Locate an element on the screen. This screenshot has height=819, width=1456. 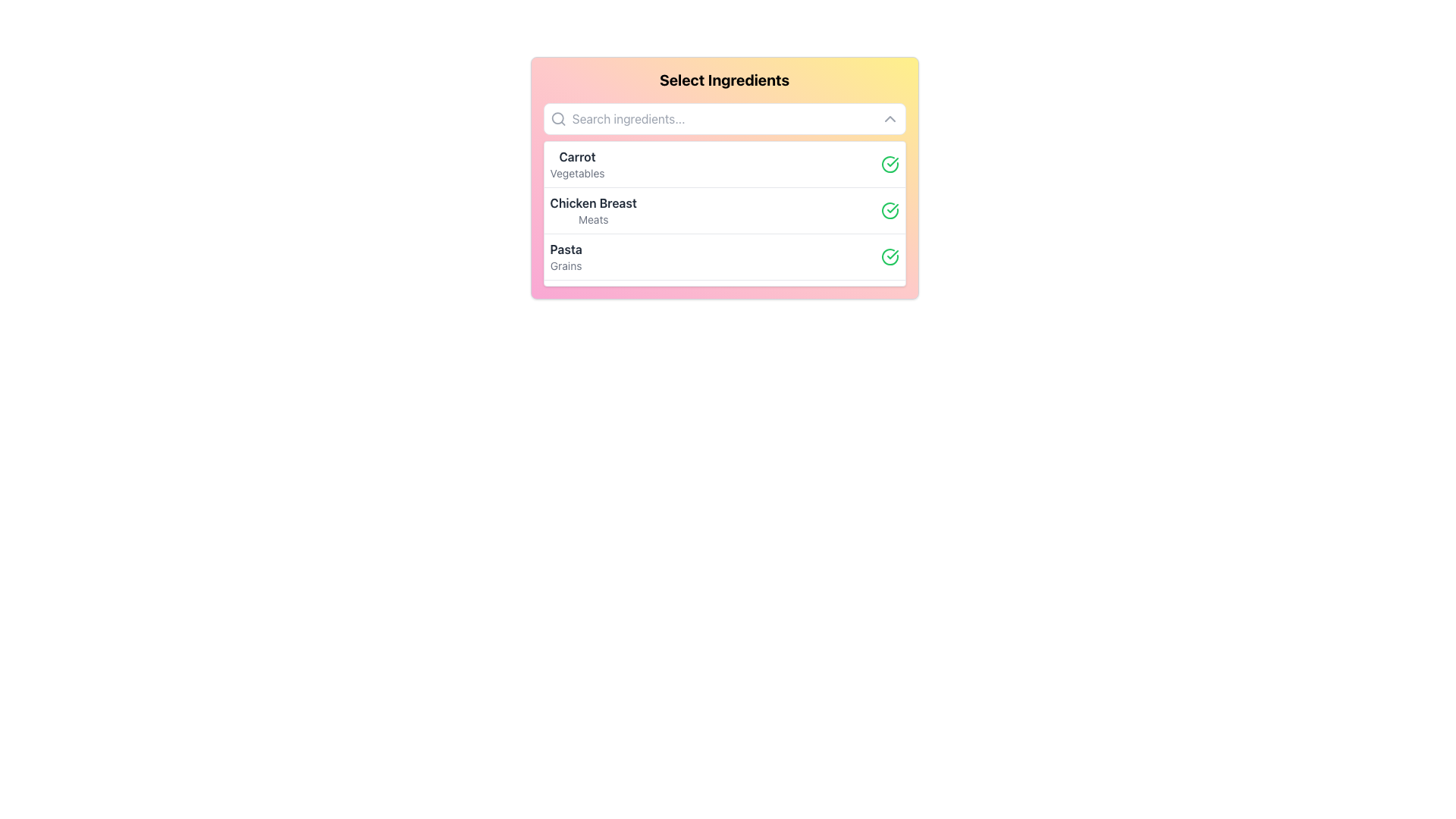
the text label indicating 'Chicken Breast', which is positioned above the 'Meats' text and below the 'Carrot' item in the list is located at coordinates (592, 202).